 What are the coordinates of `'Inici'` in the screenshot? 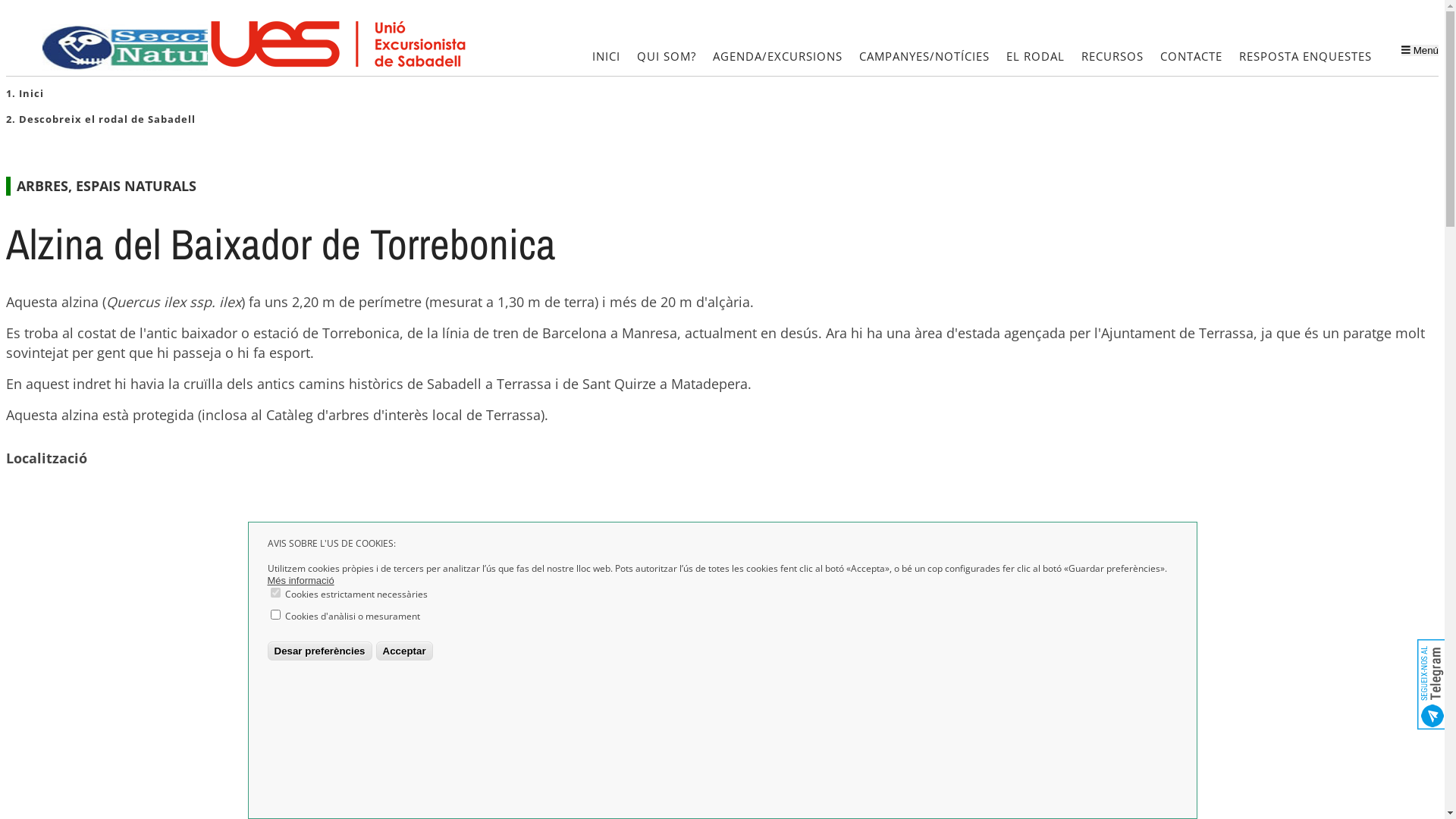 It's located at (18, 93).